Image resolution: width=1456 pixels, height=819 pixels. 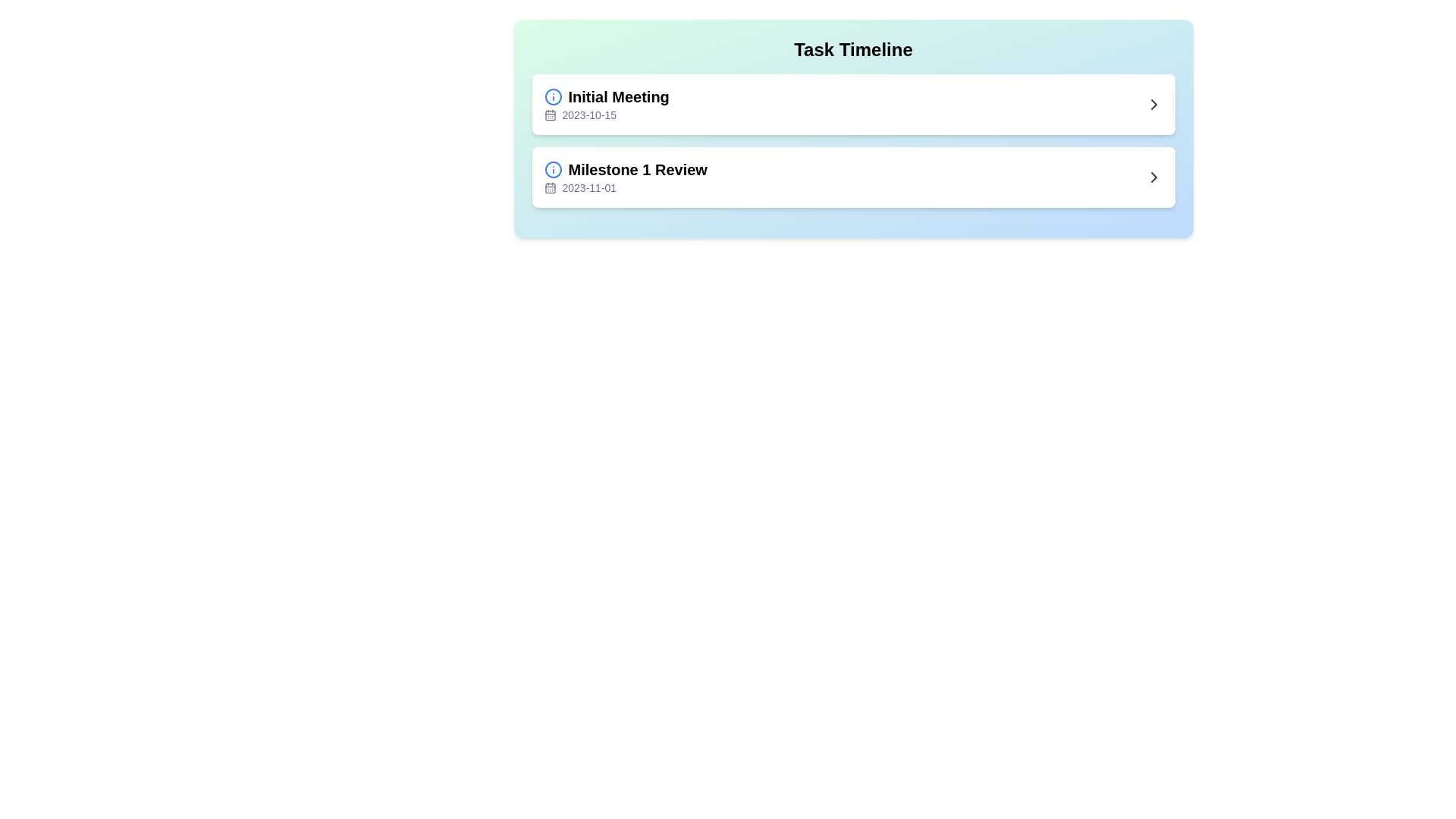 I want to click on the calendar icon located in the left section of the Initial Meeting entry within the Task Timeline list, so click(x=549, y=115).